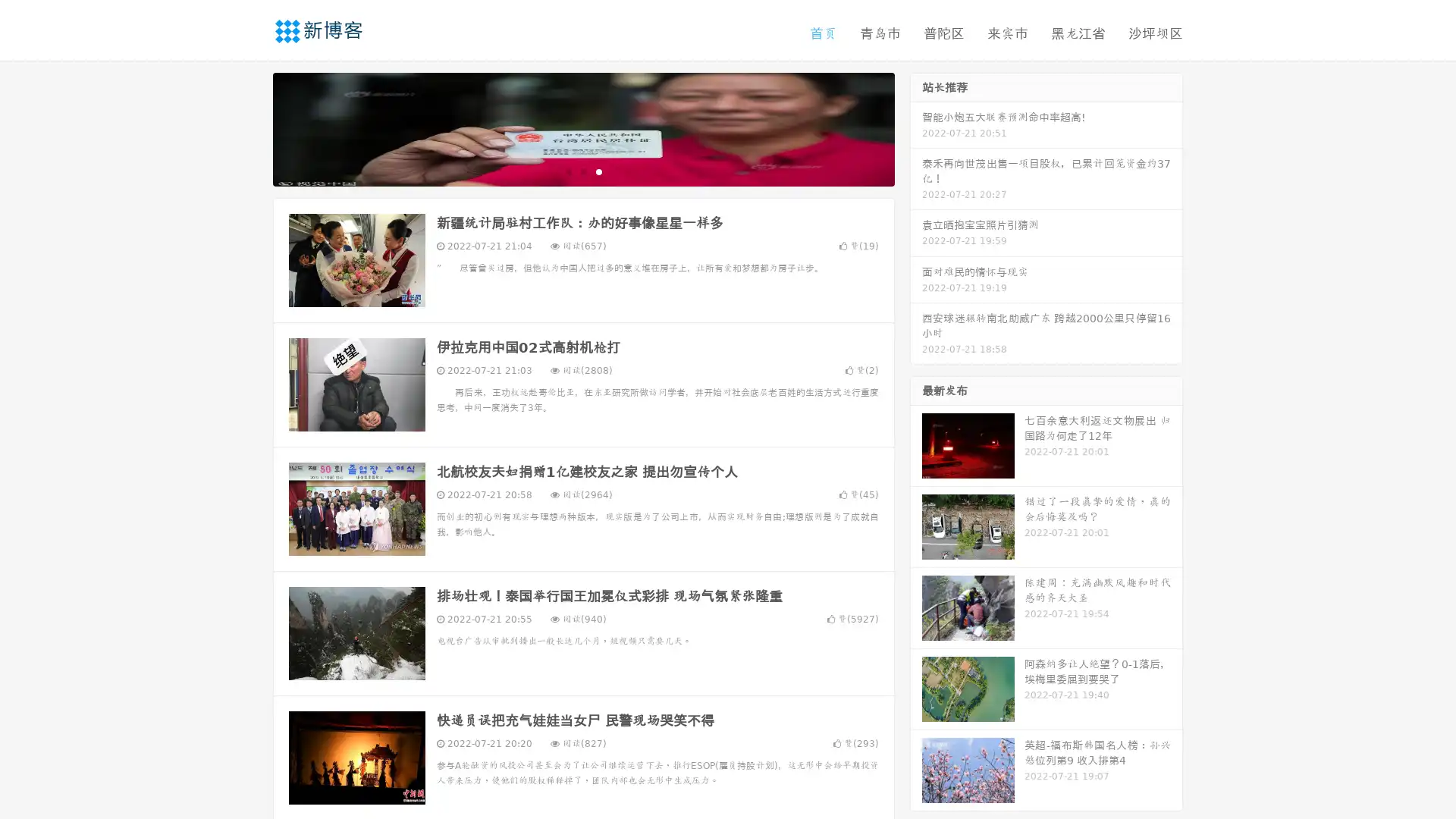  I want to click on Go to slide 3, so click(598, 171).